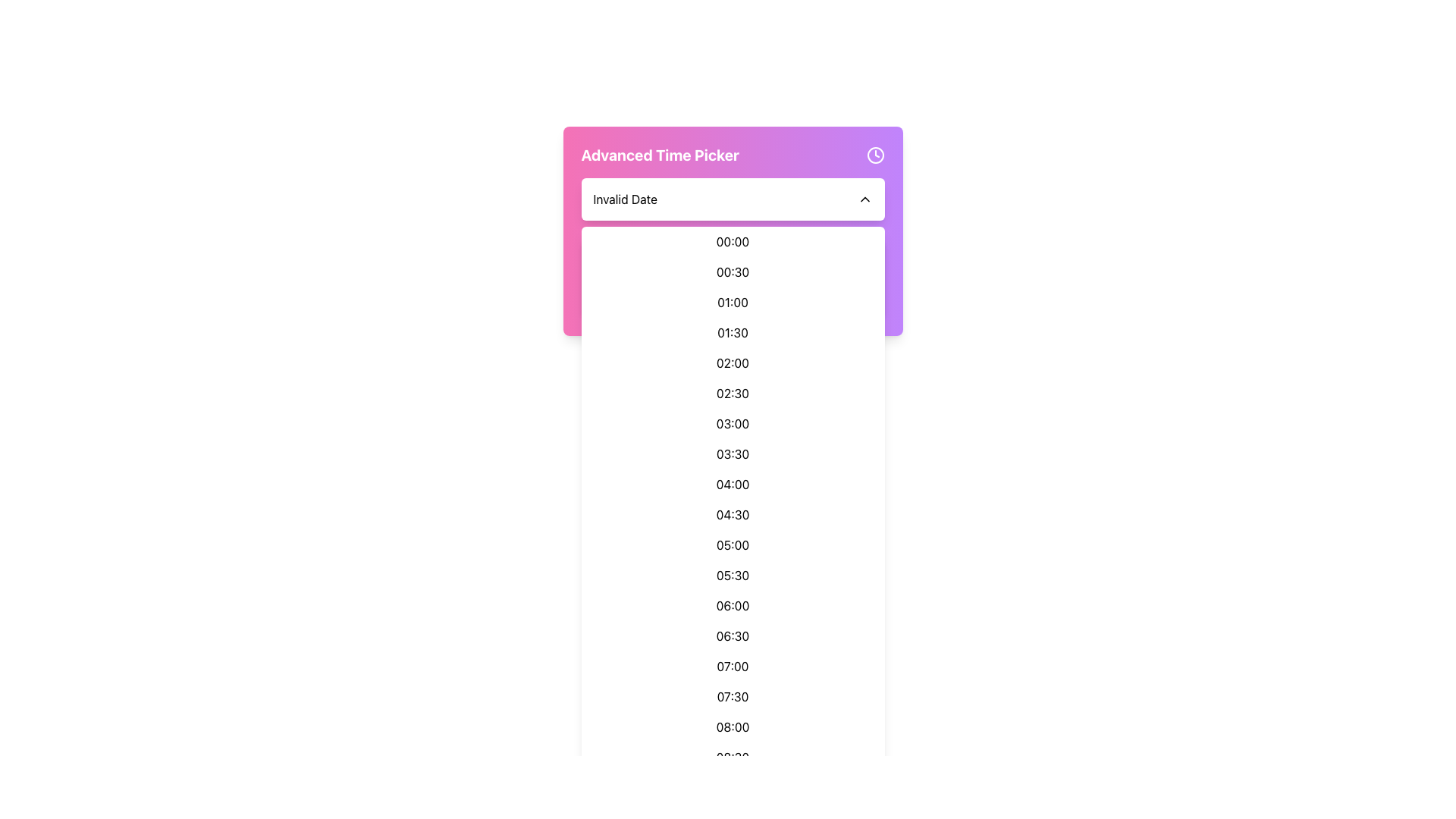 The height and width of the screenshot is (819, 1456). What do you see at coordinates (733, 544) in the screenshot?
I see `the eleventh selectable time option in the 'Advanced Time Picker' dropdown menu, which is displayed under the text field labeled 'Invalid Date'` at bounding box center [733, 544].